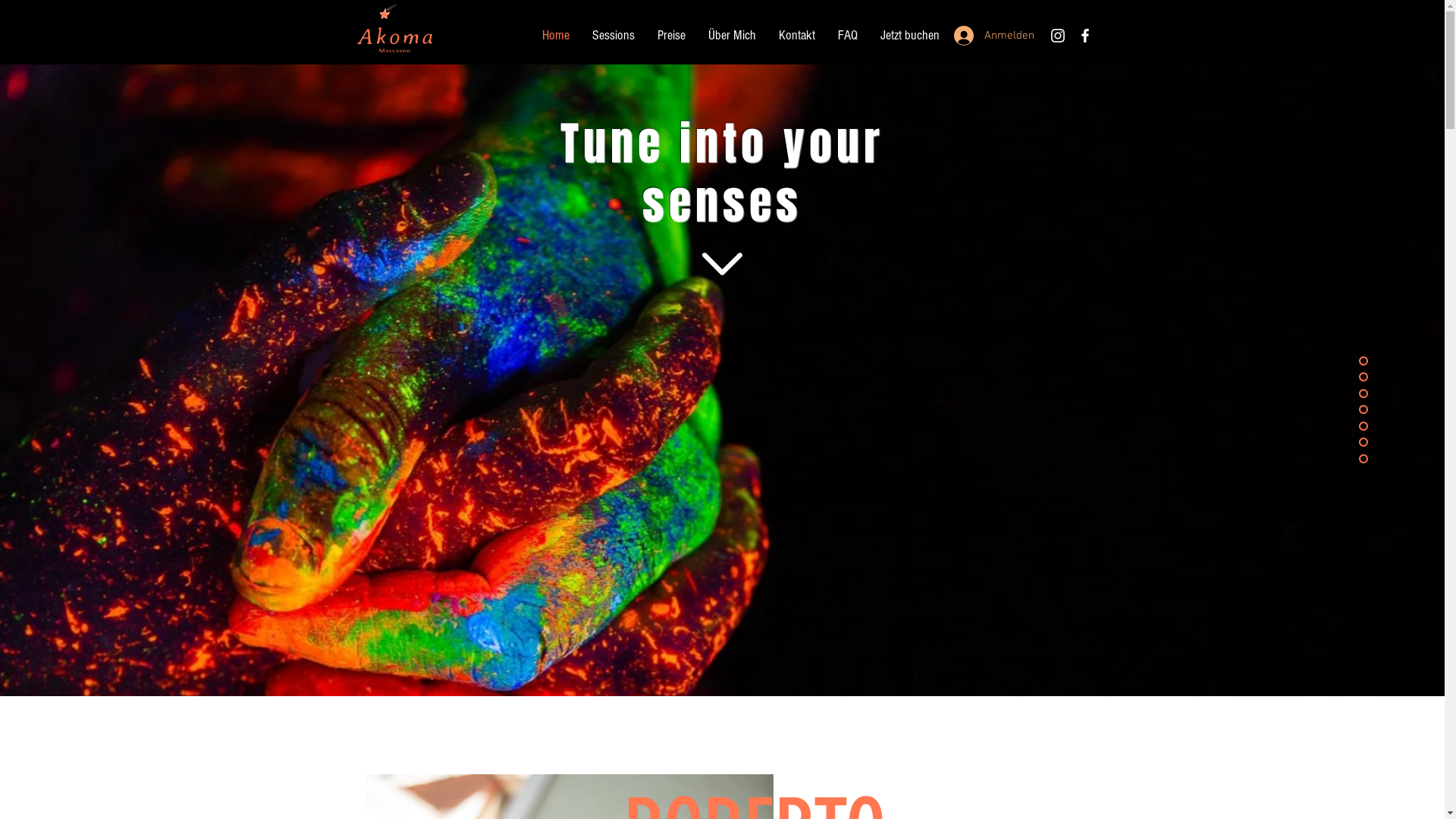 The width and height of the screenshot is (1456, 819). What do you see at coordinates (580, 34) in the screenshot?
I see `'Sessions'` at bounding box center [580, 34].